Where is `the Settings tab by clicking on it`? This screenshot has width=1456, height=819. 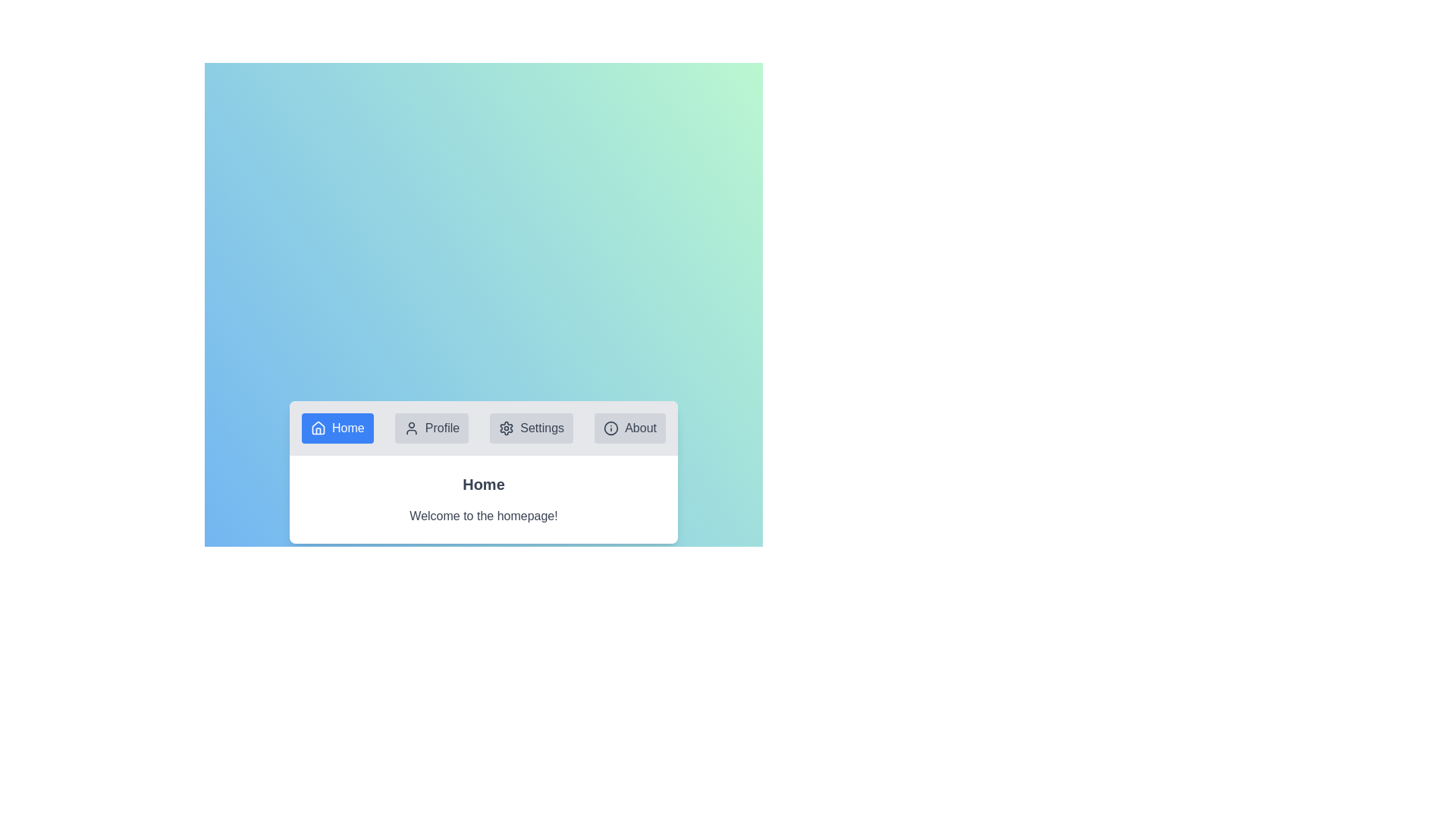
the Settings tab by clicking on it is located at coordinates (532, 428).